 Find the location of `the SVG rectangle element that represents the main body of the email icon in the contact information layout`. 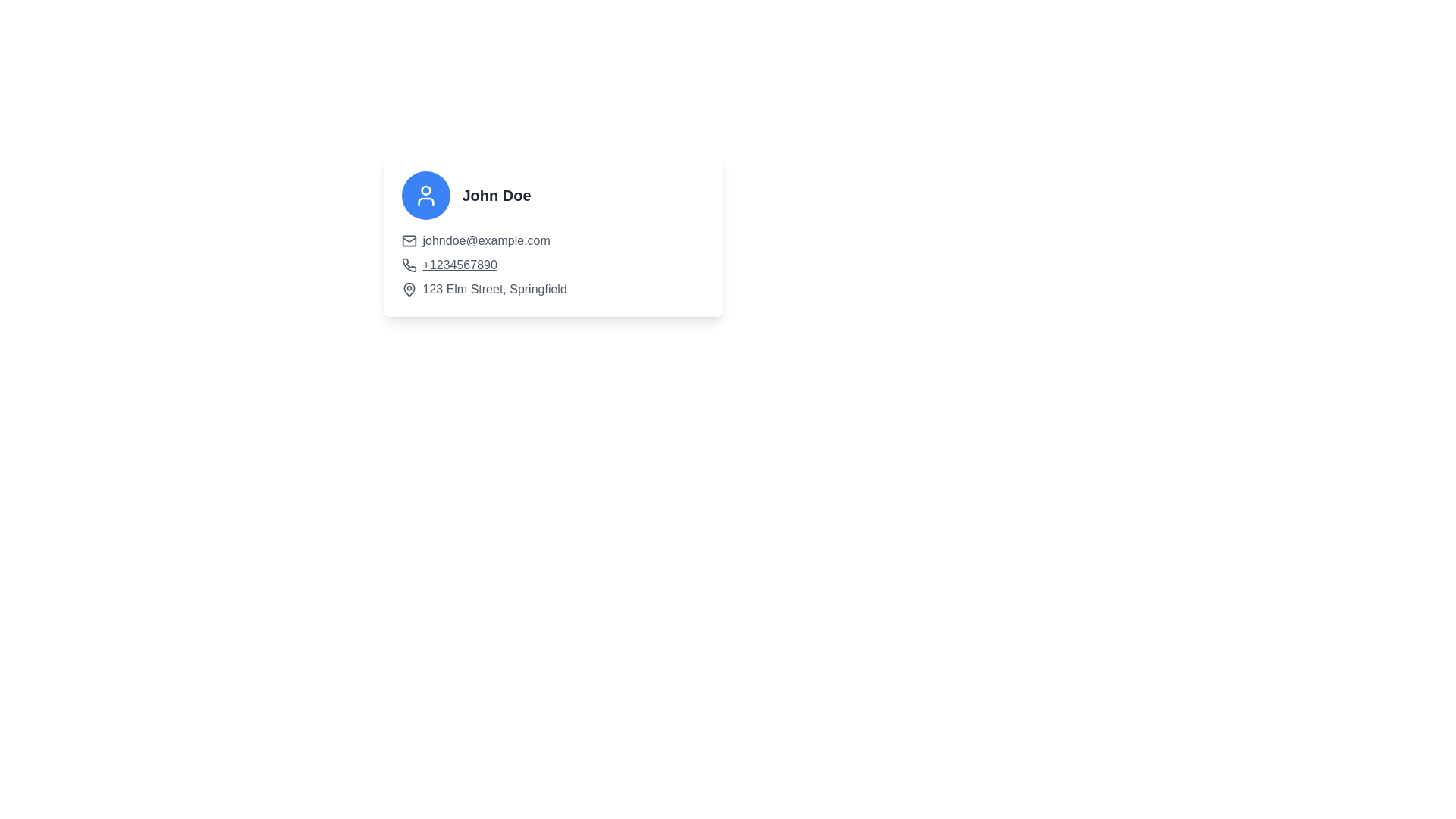

the SVG rectangle element that represents the main body of the email icon in the contact information layout is located at coordinates (409, 240).